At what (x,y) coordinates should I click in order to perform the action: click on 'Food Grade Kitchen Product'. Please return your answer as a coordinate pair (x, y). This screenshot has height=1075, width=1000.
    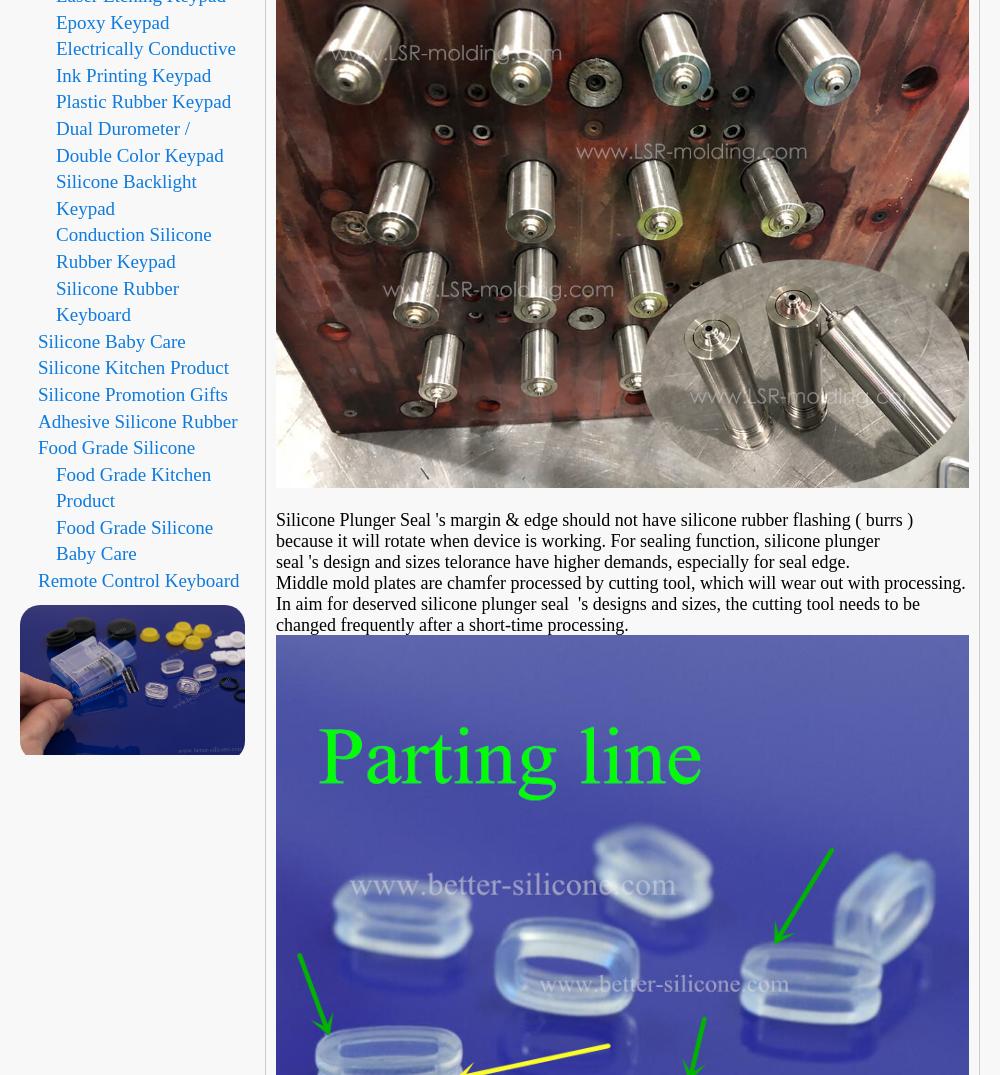
    Looking at the image, I should click on (133, 486).